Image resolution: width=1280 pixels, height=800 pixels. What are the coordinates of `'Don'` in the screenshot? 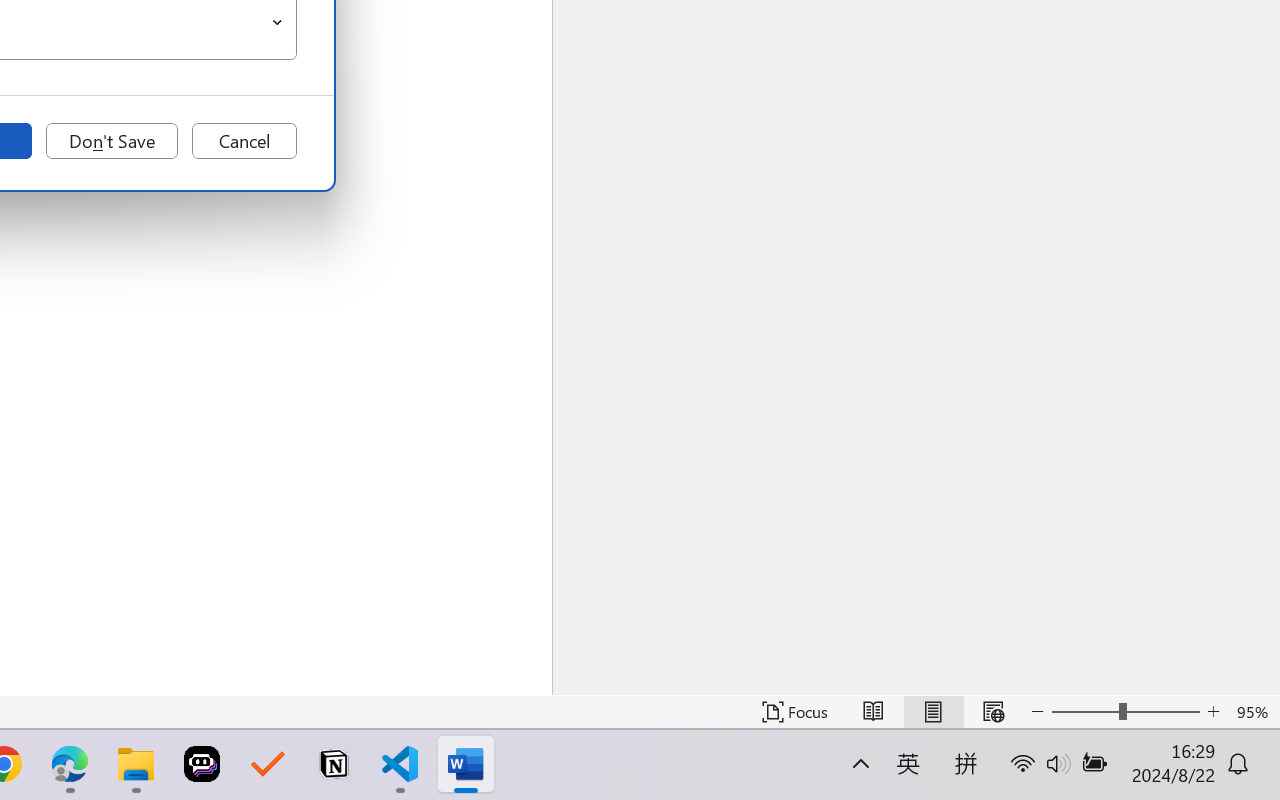 It's located at (111, 141).